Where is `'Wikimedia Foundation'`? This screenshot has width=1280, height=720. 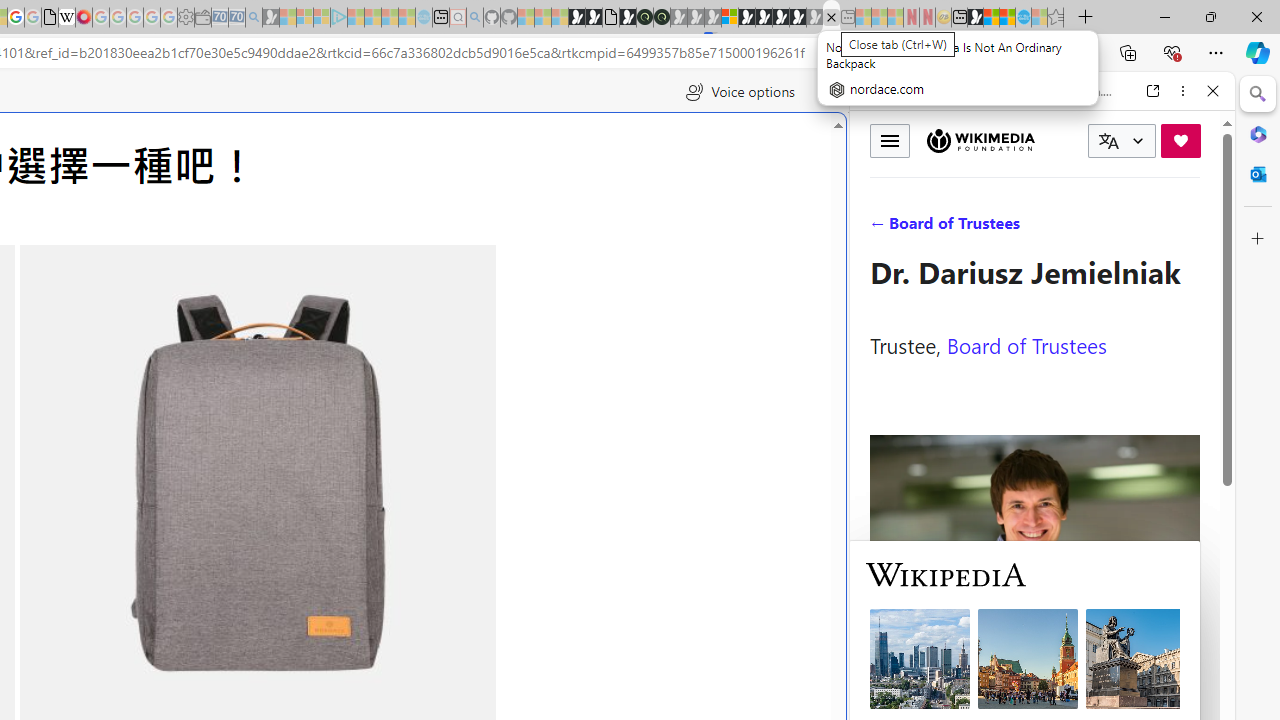 'Wikimedia Foundation' is located at coordinates (981, 139).